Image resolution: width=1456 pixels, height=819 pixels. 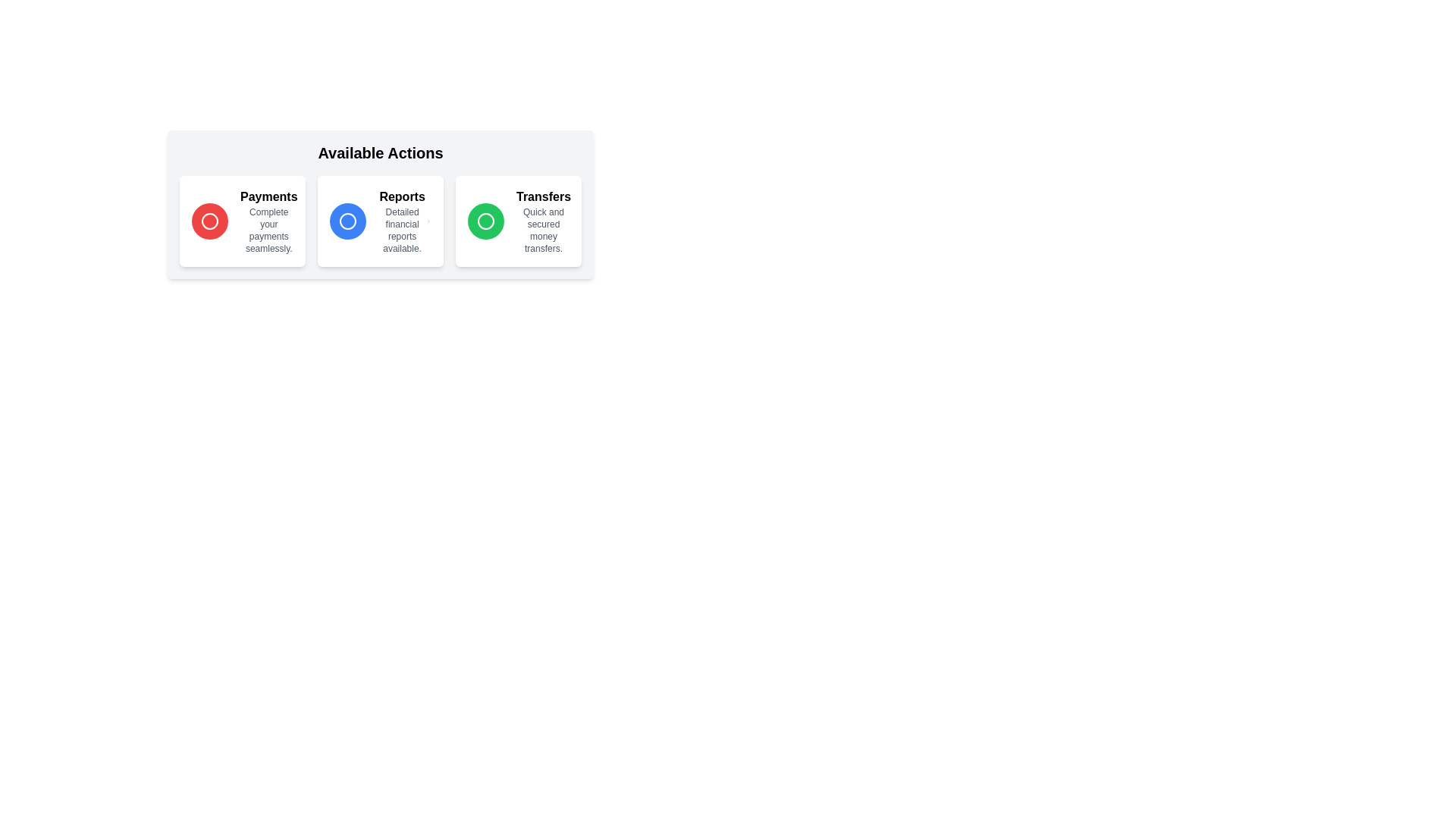 What do you see at coordinates (209, 221) in the screenshot?
I see `the circular icon with a red background and white border located within the 'Payments' card under 'Available Actions'` at bounding box center [209, 221].